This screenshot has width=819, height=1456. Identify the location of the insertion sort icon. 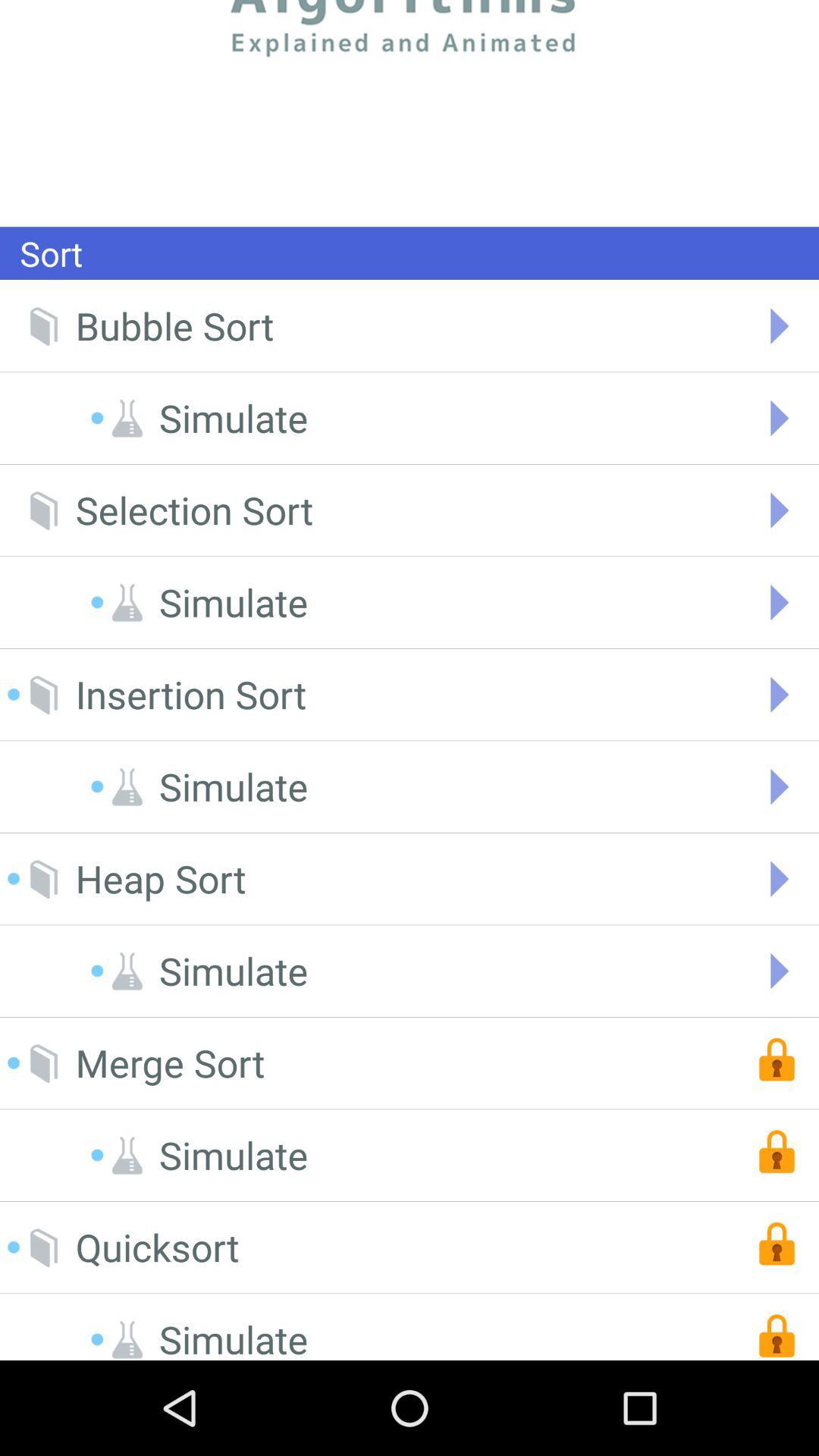
(190, 694).